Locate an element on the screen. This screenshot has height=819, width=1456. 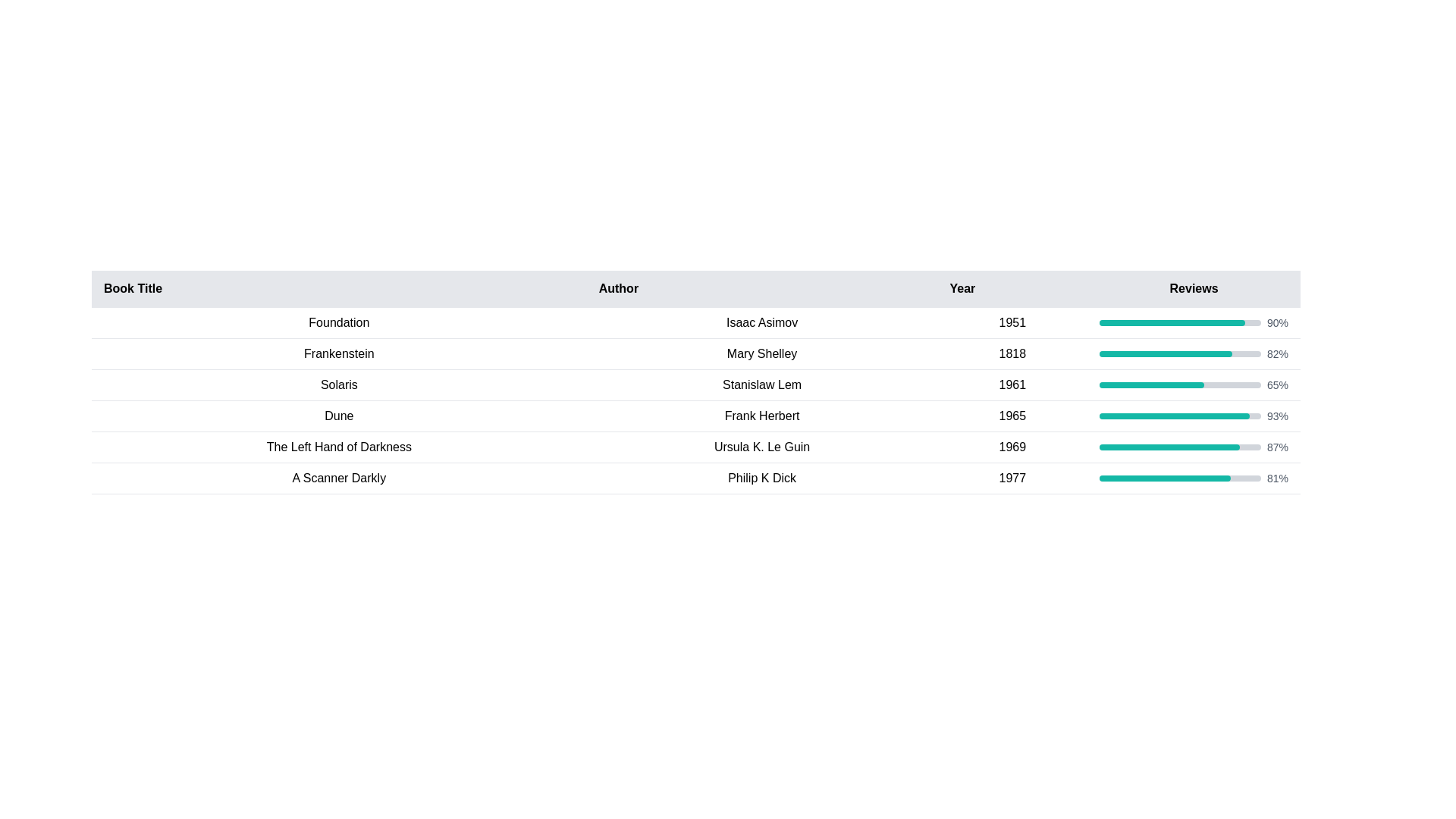
the text label identifying the author 'Frank Herbert' in the table layout for the book 'Dune' is located at coordinates (762, 416).